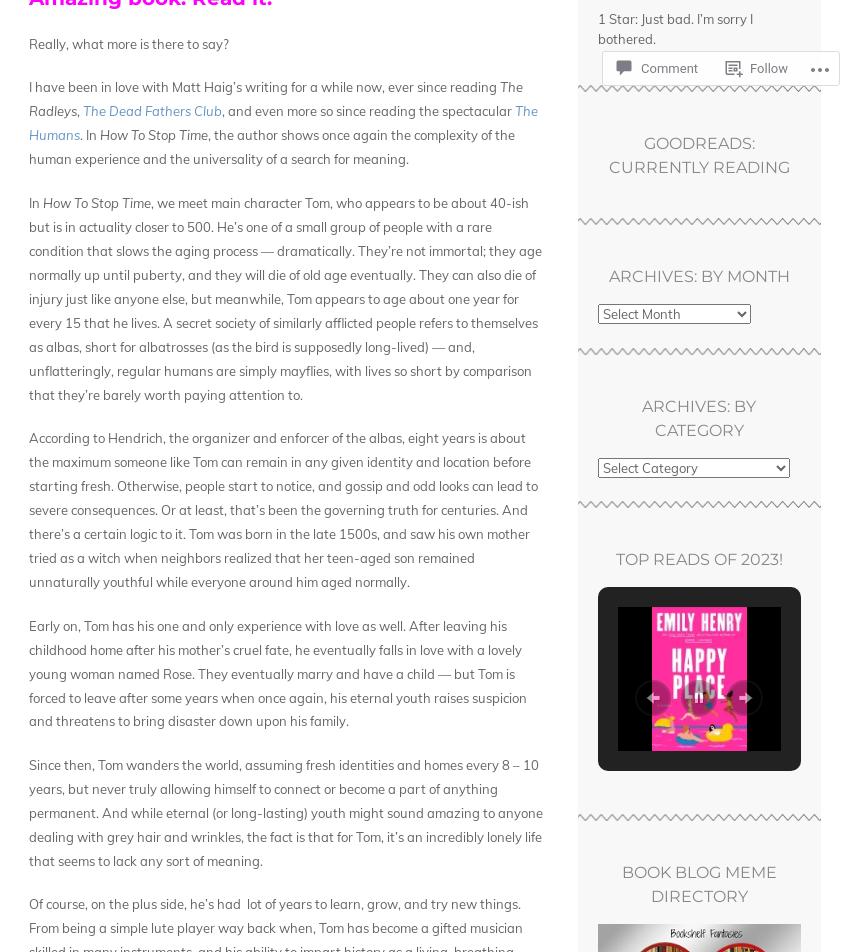  I want to click on 'Archives: By Month', so click(697, 276).